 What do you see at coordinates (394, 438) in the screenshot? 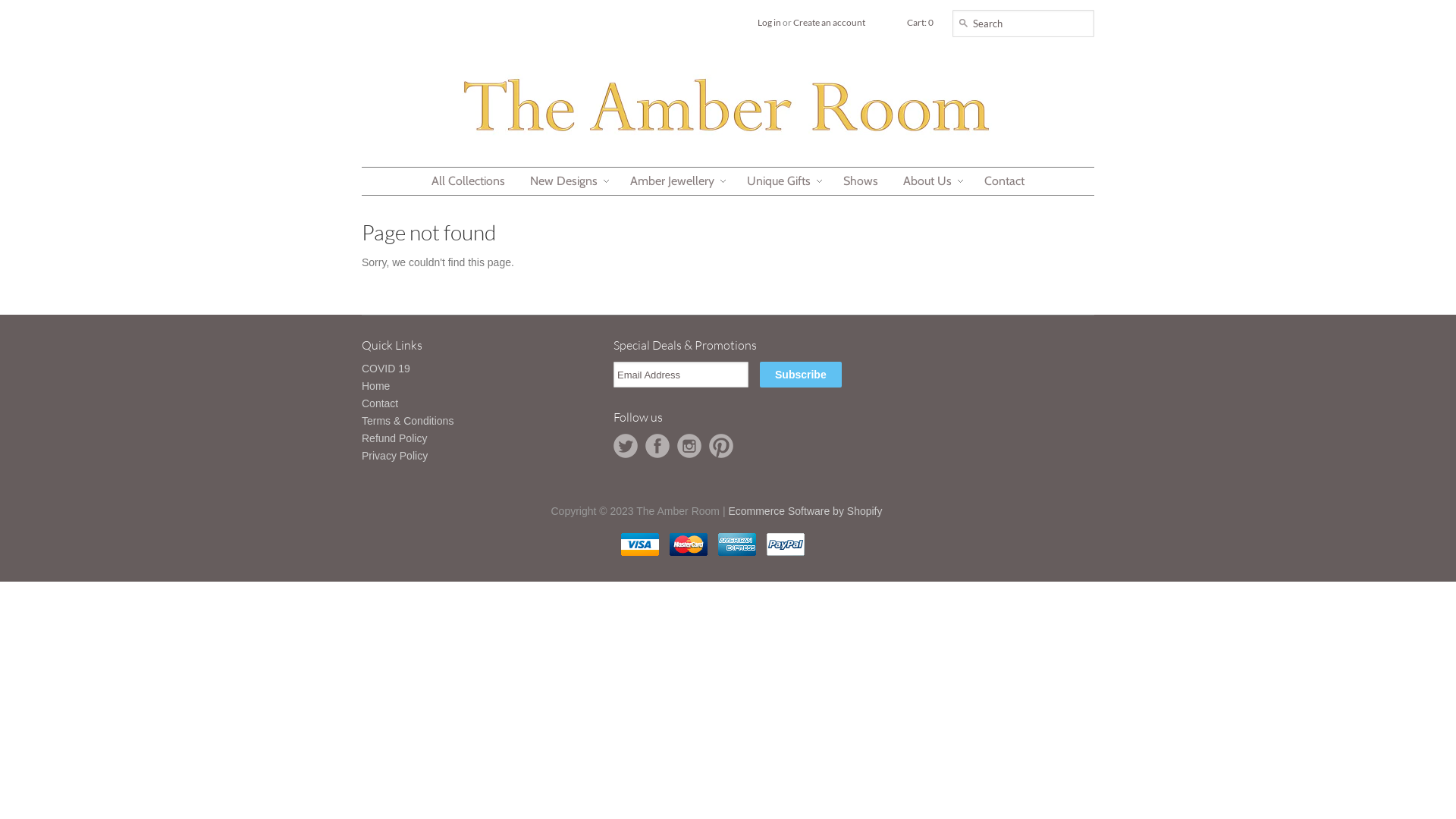
I see `'Refund Policy'` at bounding box center [394, 438].